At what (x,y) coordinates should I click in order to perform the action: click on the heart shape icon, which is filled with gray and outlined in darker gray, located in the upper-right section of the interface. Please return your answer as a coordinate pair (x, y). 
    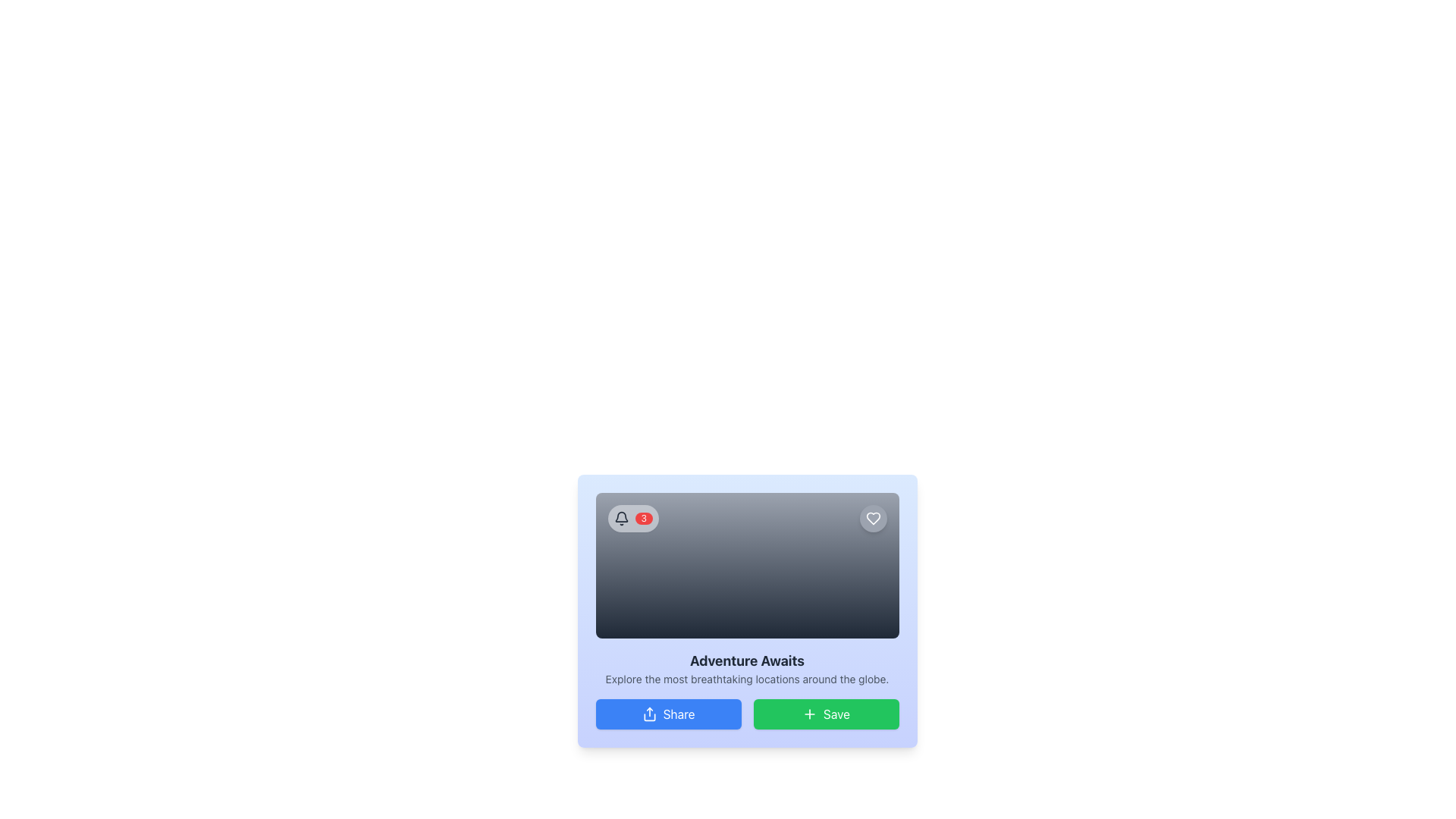
    Looking at the image, I should click on (873, 517).